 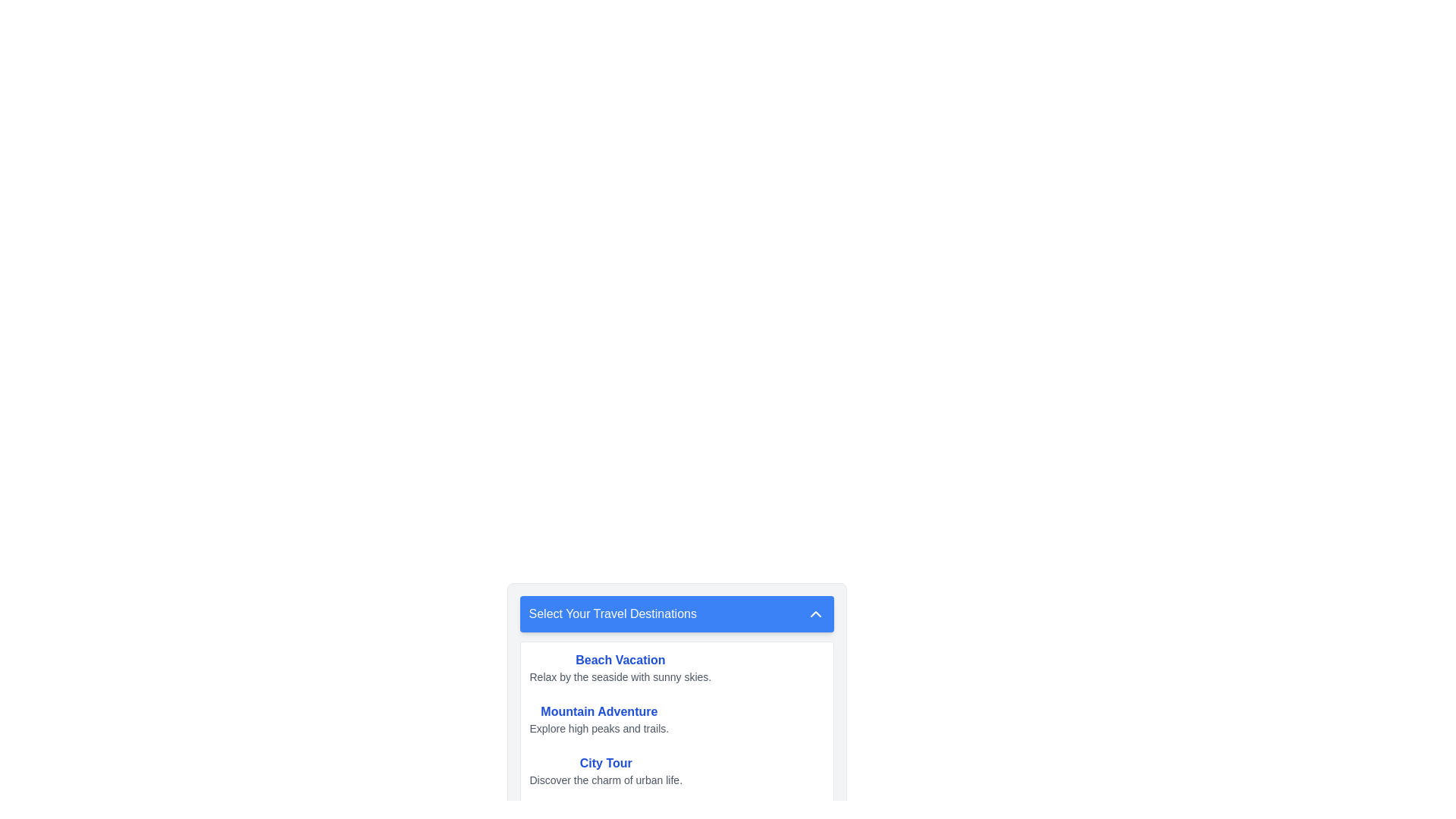 What do you see at coordinates (676, 718) in the screenshot?
I see `to select the 'Mountain Adventure' option from the list of travel destinations, which is the second item under 'Select Your Travel Destinations'` at bounding box center [676, 718].